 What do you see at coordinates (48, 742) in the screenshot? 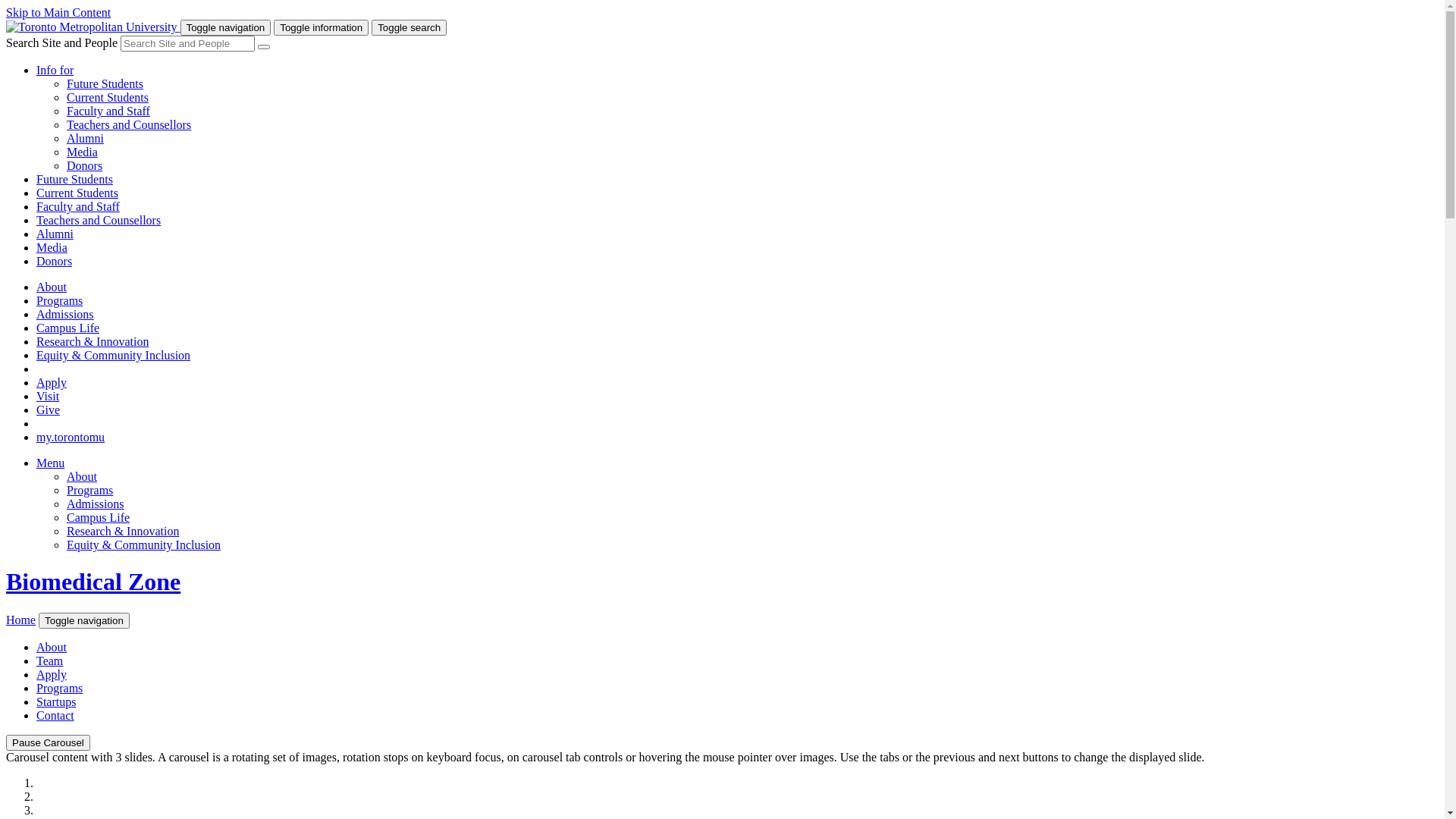
I see `'Pause Carousel'` at bounding box center [48, 742].